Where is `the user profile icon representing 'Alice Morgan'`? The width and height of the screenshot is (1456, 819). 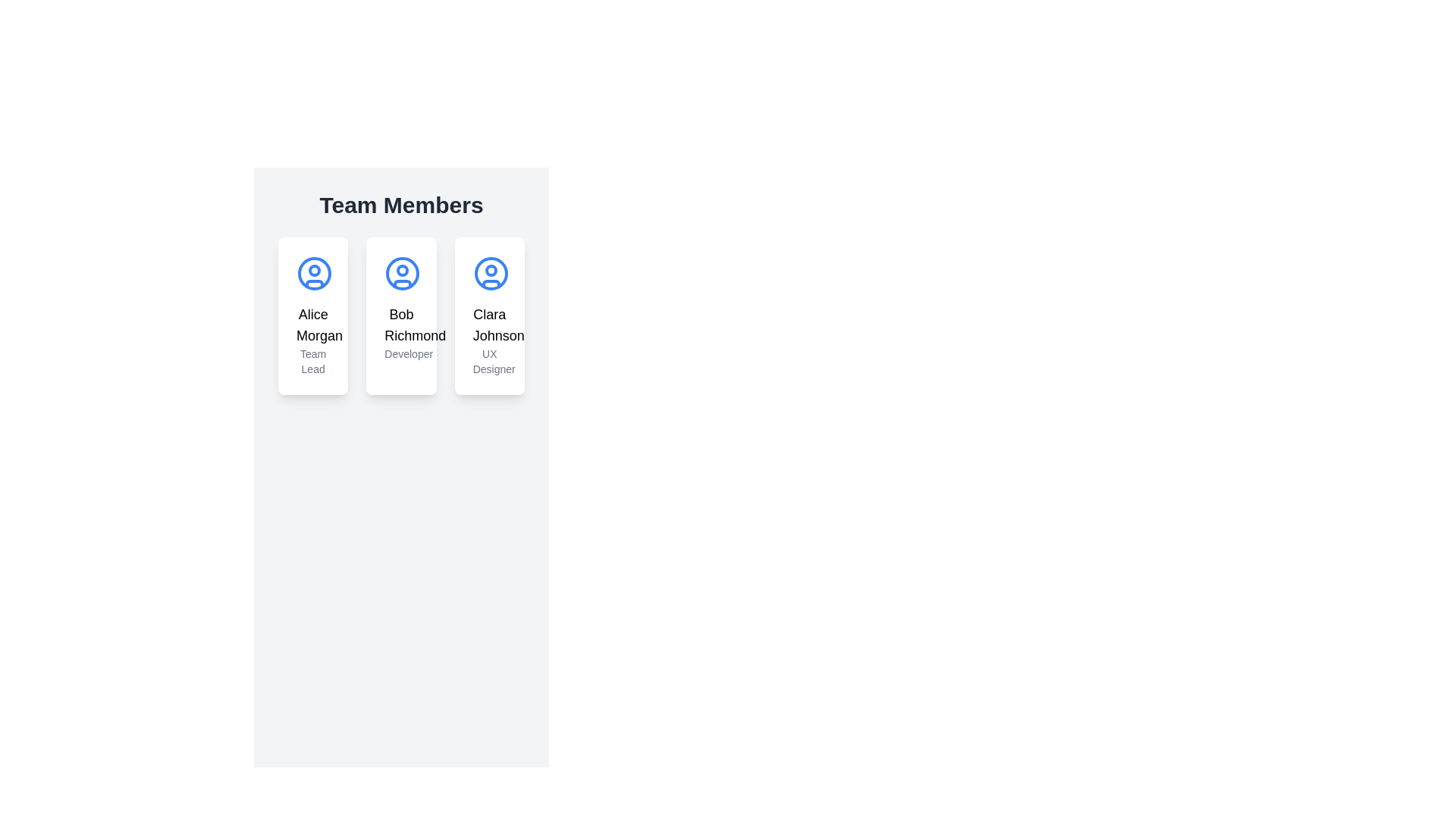 the user profile icon representing 'Alice Morgan' is located at coordinates (313, 274).